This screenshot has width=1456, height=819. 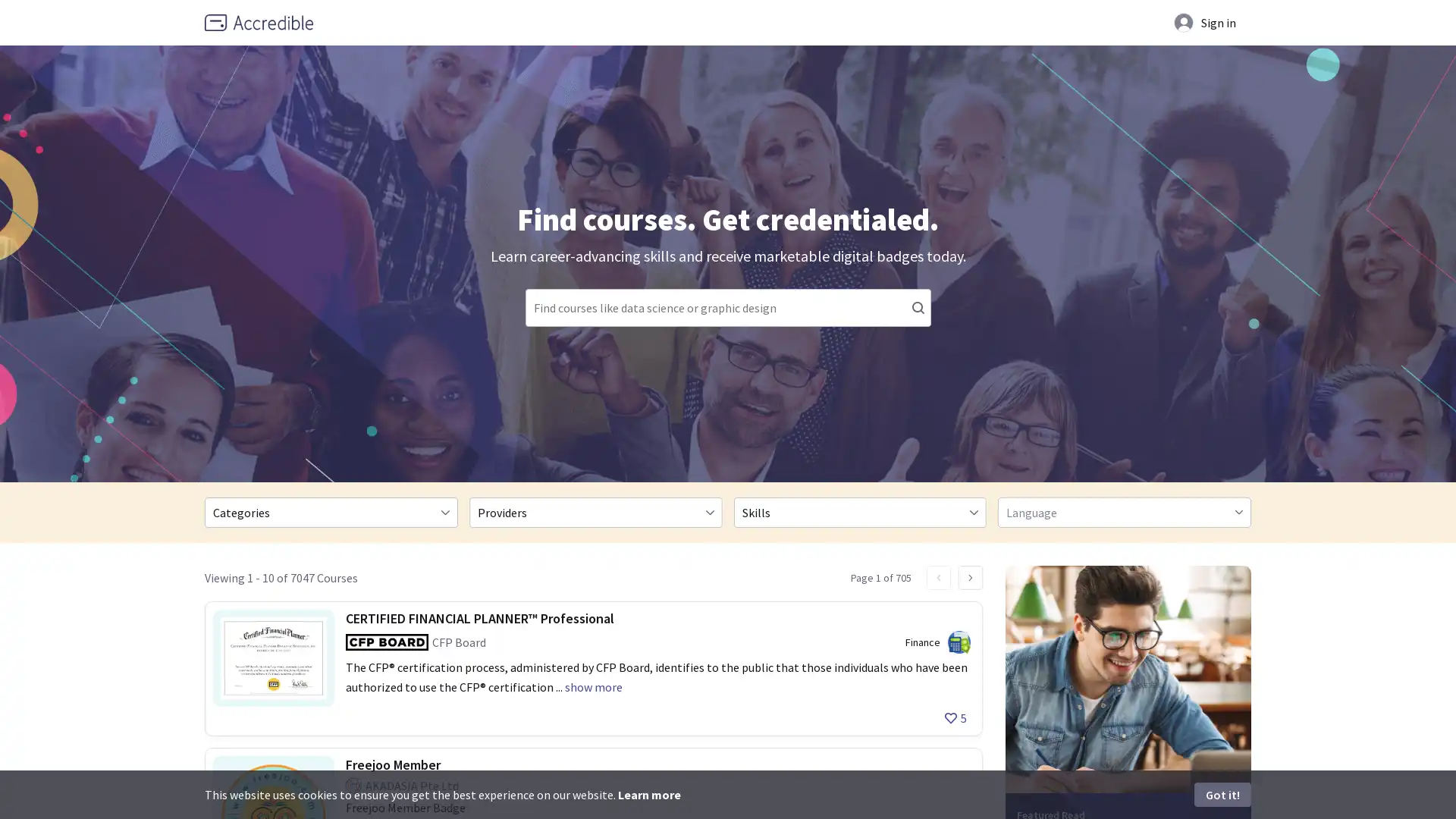 I want to click on show more, so click(x=592, y=687).